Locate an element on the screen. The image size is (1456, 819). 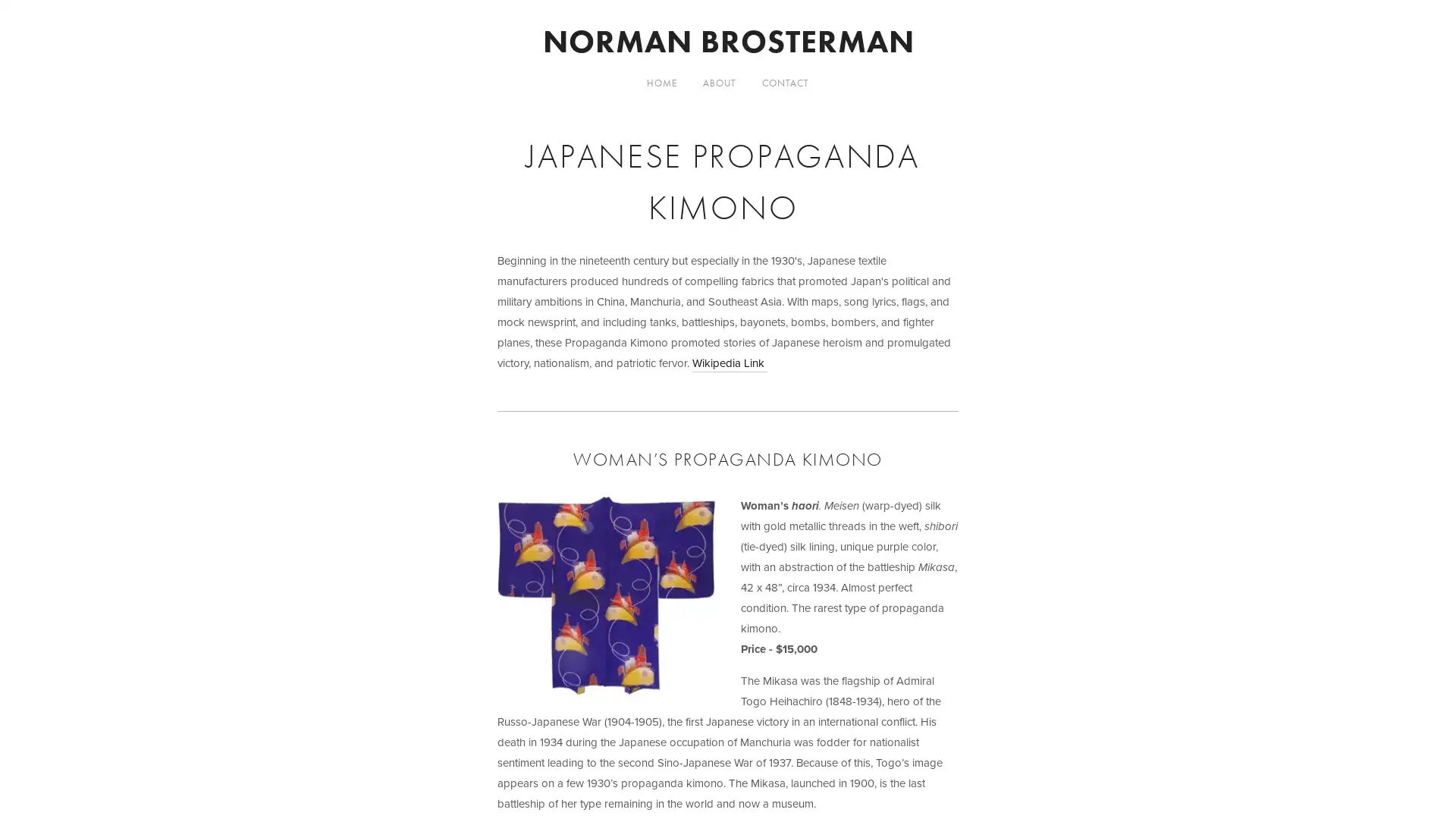
View fullsize PurpleKimono.jpg is located at coordinates (604, 595).